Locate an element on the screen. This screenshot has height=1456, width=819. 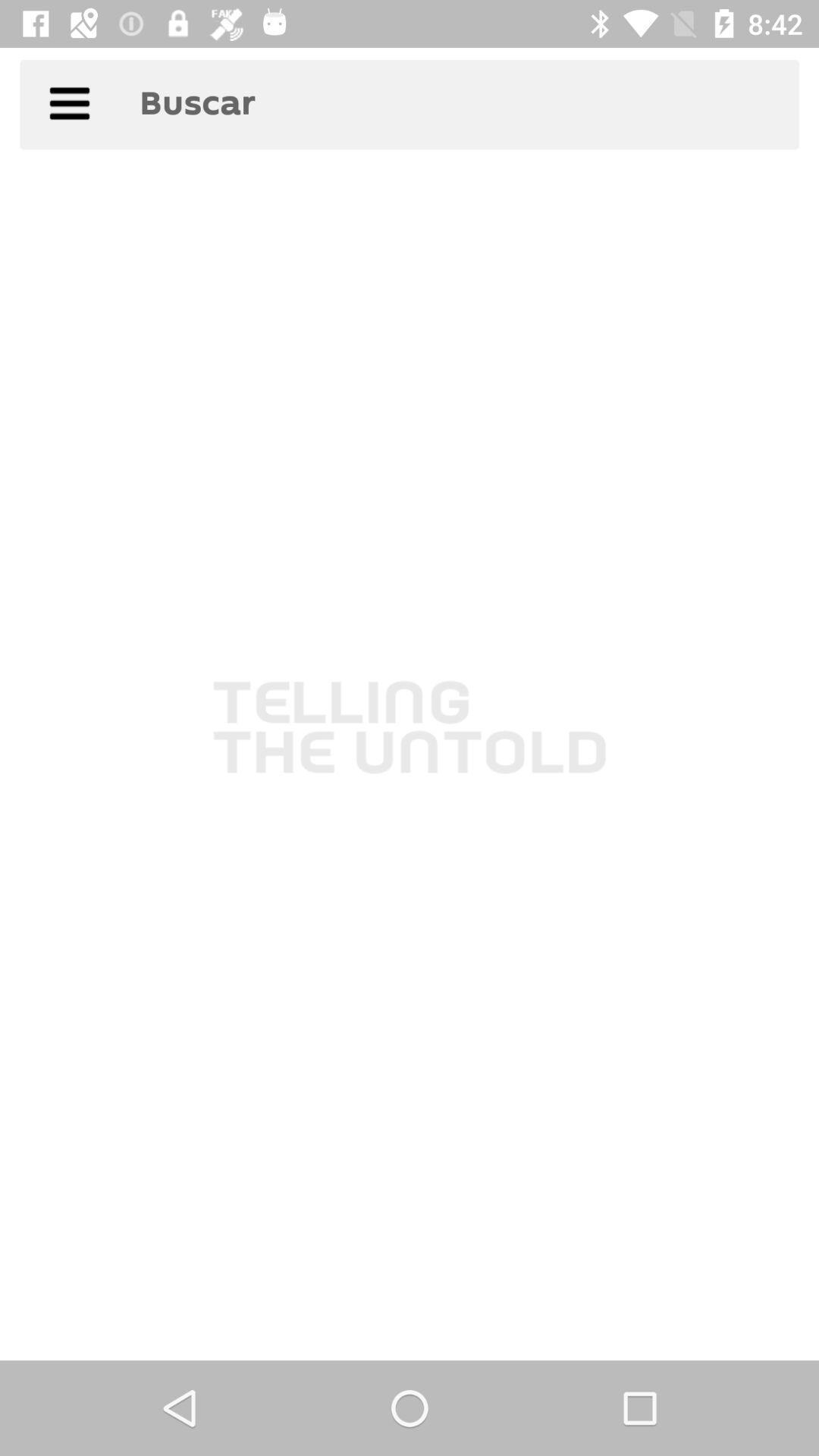
the menu icon is located at coordinates (69, 108).